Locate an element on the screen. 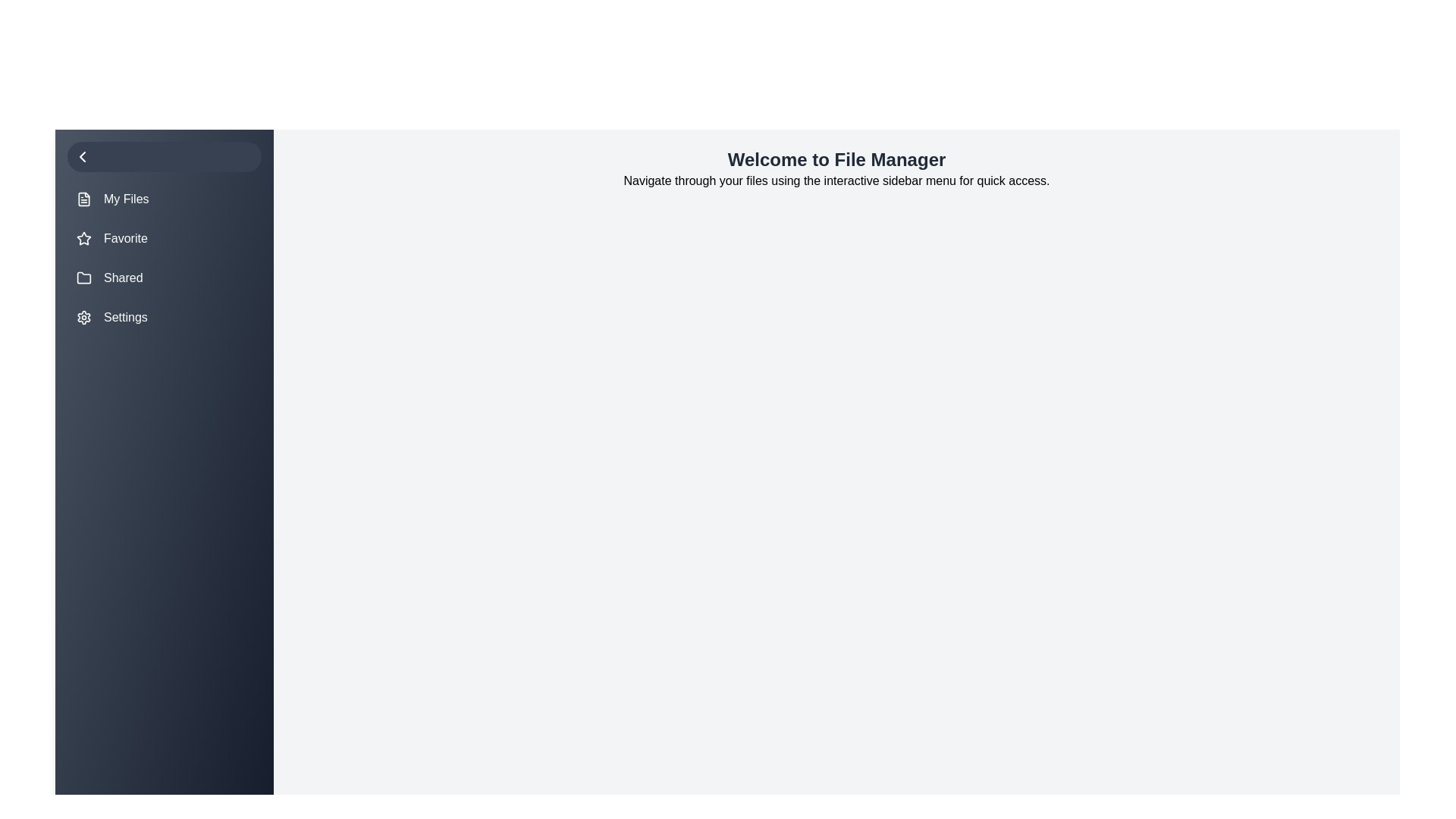  the menu item labeled Shared is located at coordinates (164, 278).